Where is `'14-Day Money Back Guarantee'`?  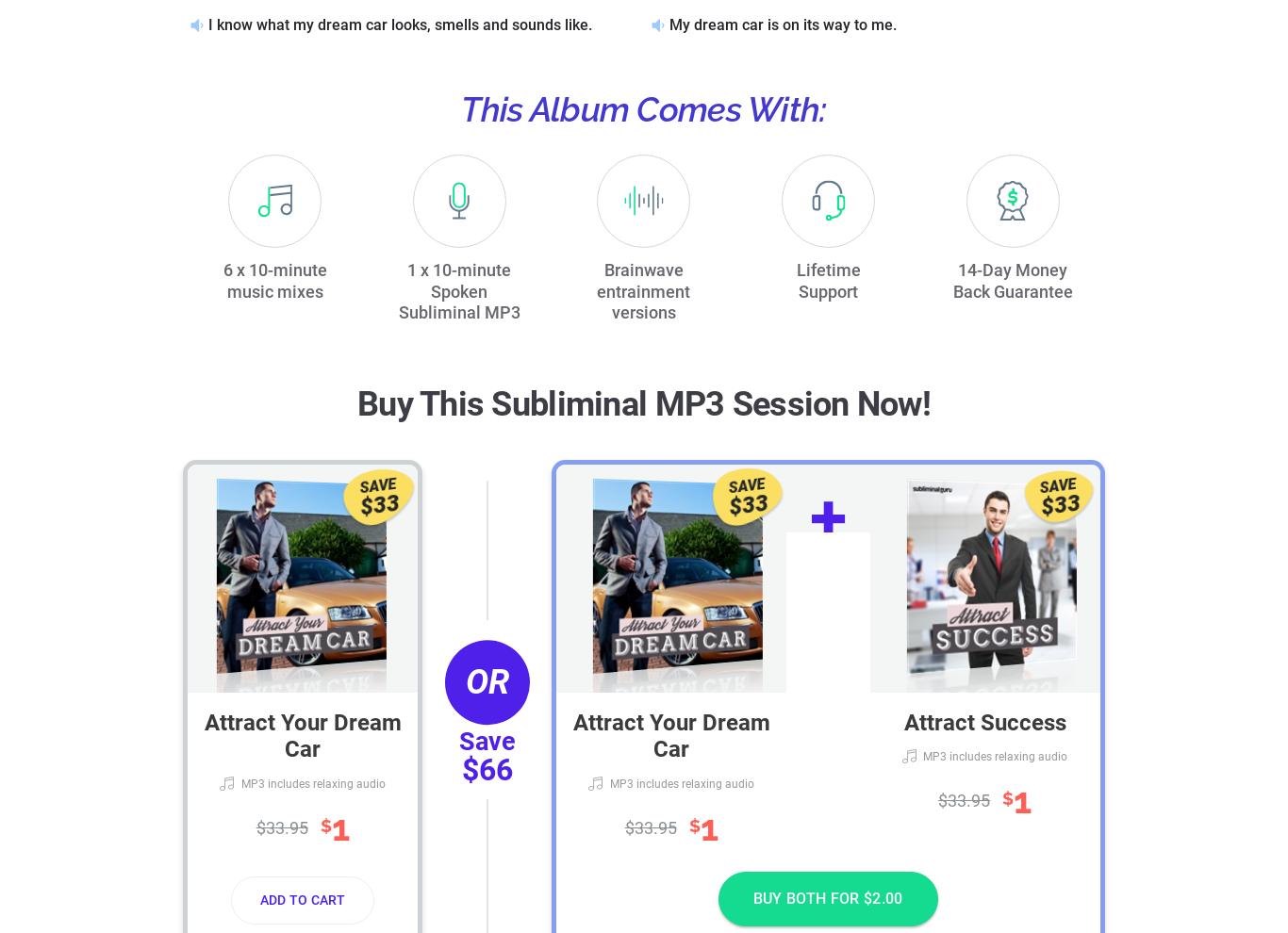 '14-Day Money Back Guarantee' is located at coordinates (1011, 280).